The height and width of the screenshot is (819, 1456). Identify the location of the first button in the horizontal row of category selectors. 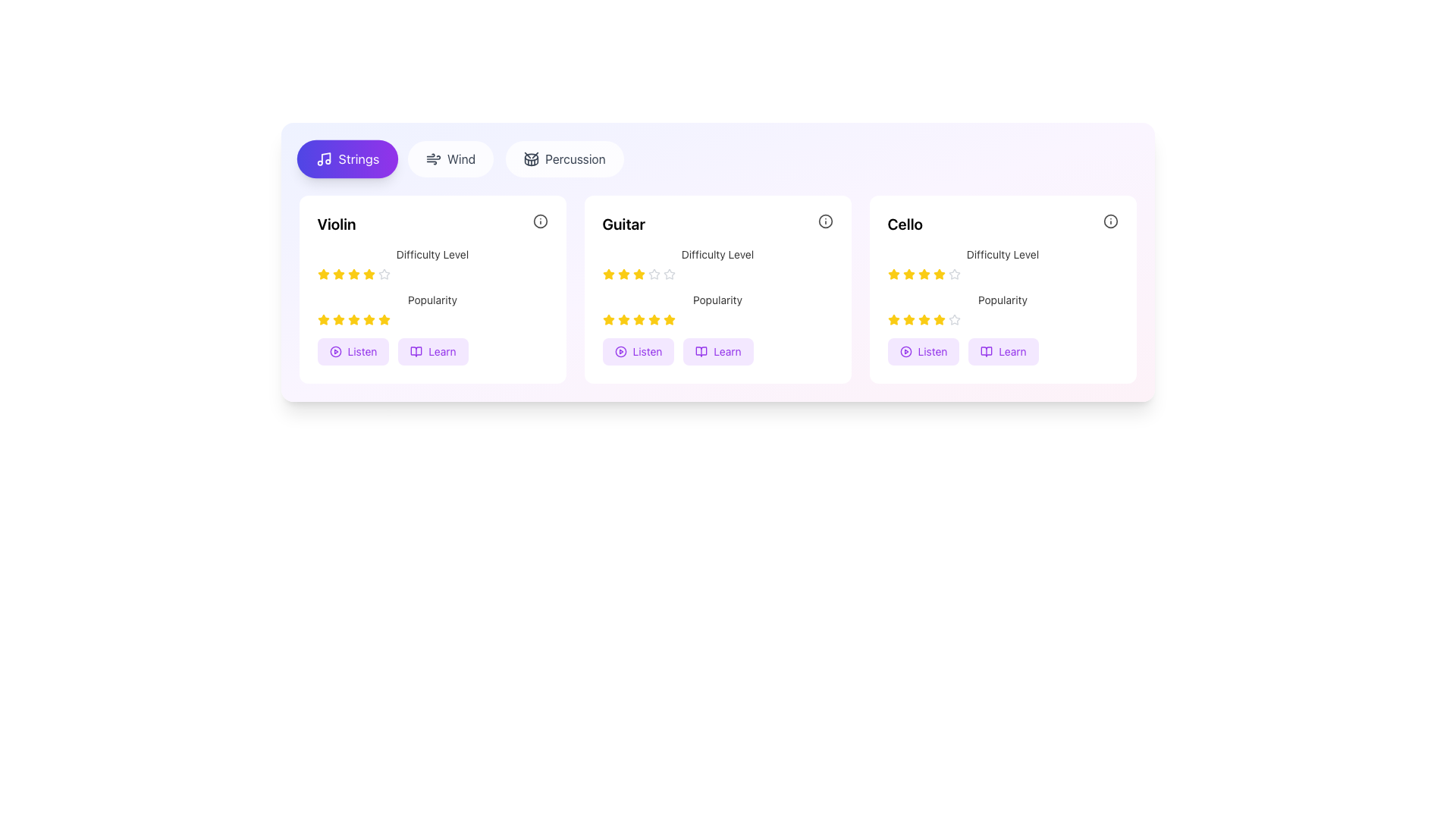
(346, 158).